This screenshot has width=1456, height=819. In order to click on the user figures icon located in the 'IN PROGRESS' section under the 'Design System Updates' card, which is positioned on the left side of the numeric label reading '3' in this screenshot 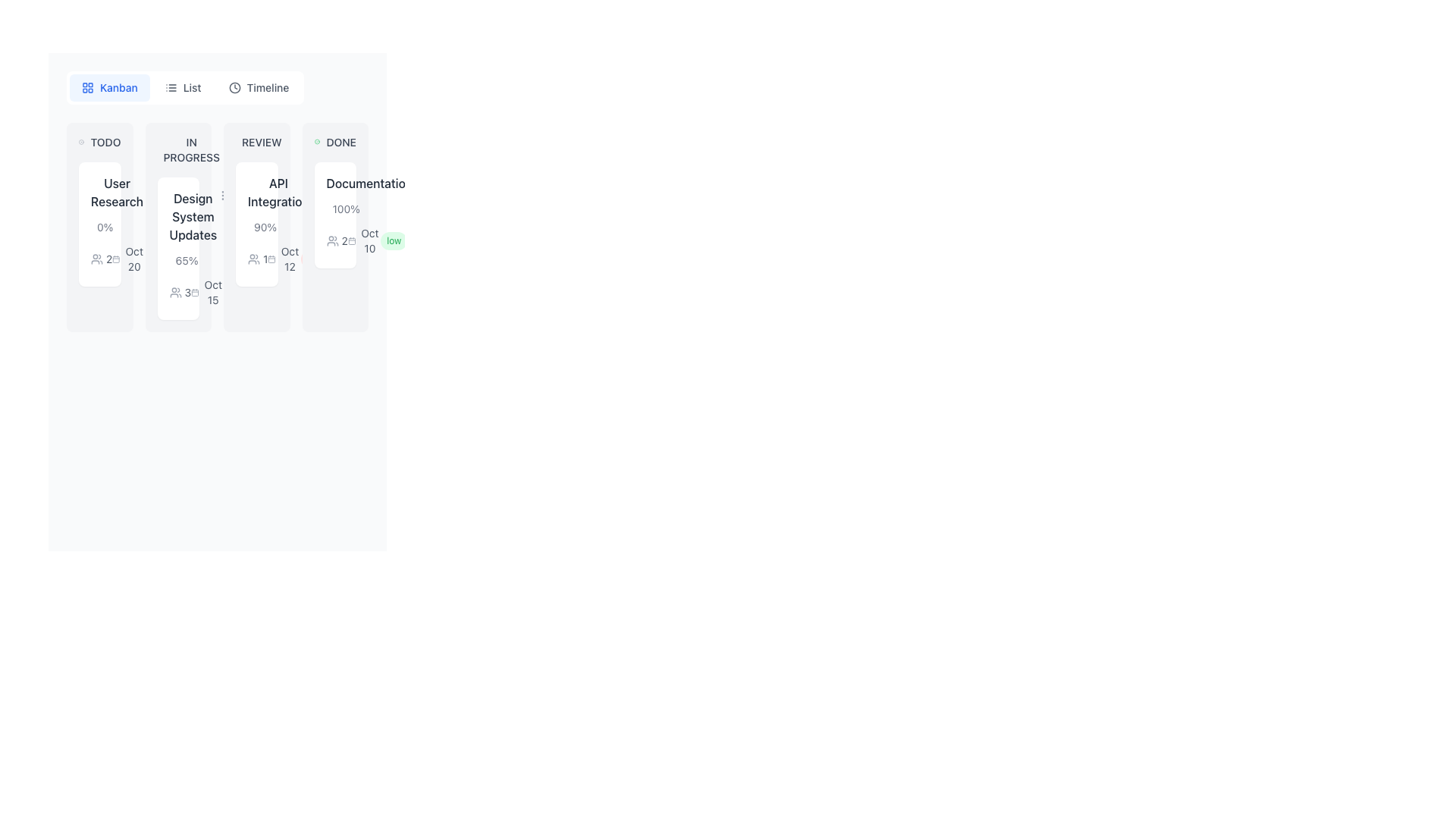, I will do `click(175, 292)`.